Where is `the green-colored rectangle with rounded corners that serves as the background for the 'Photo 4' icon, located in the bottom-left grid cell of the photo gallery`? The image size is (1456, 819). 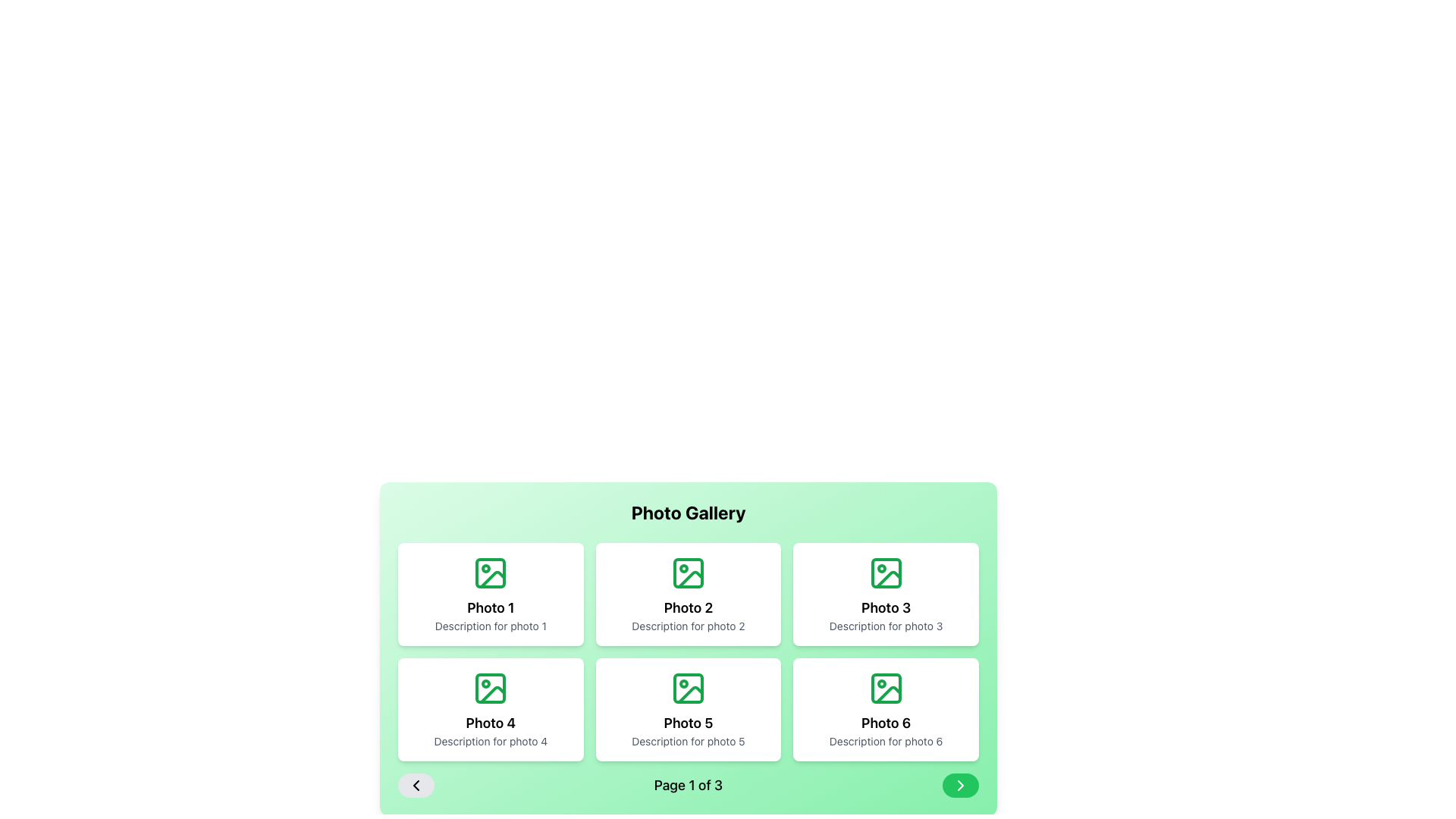 the green-colored rectangle with rounded corners that serves as the background for the 'Photo 4' icon, located in the bottom-left grid cell of the photo gallery is located at coordinates (491, 688).